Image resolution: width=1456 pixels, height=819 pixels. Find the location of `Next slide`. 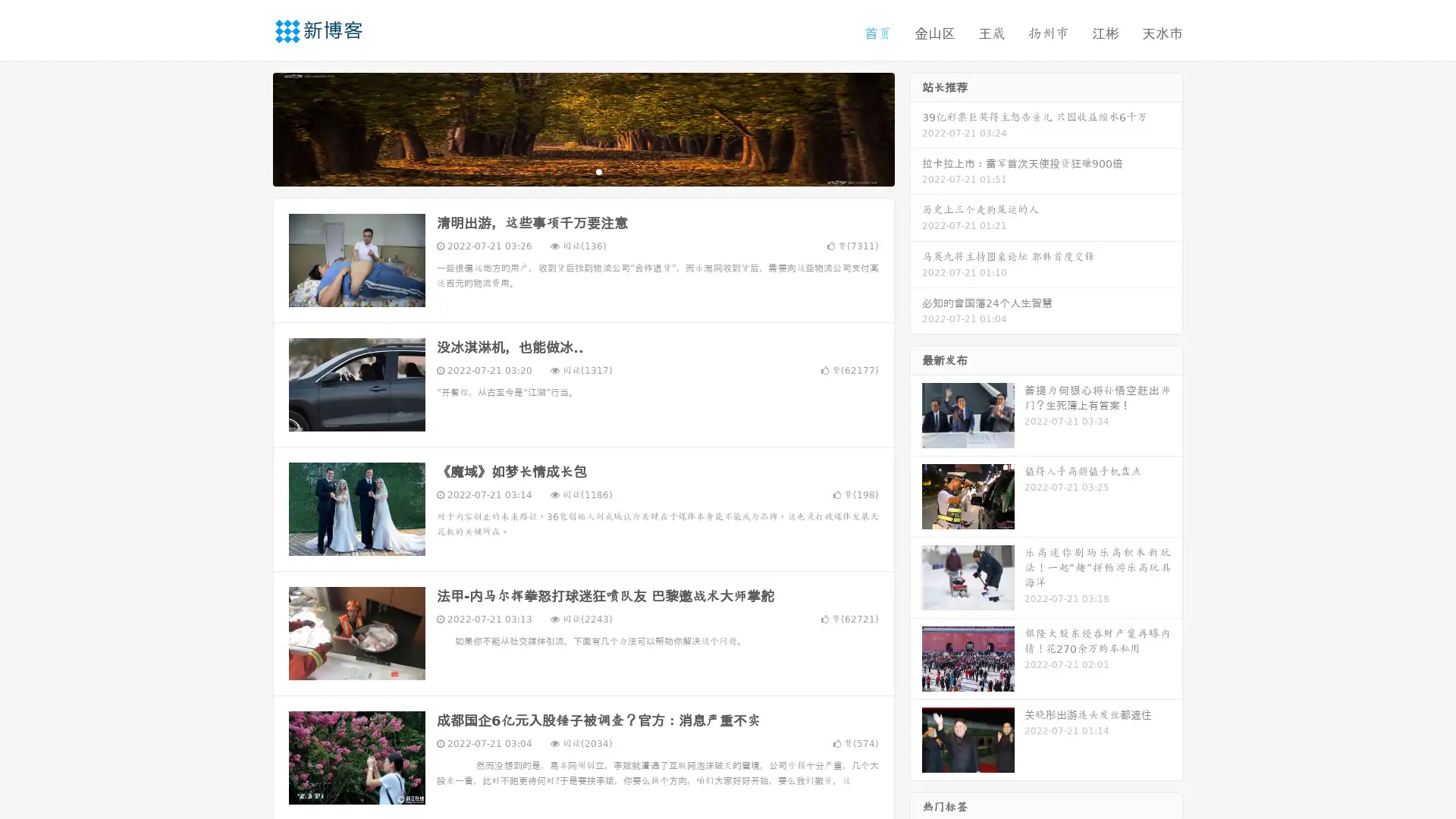

Next slide is located at coordinates (916, 127).